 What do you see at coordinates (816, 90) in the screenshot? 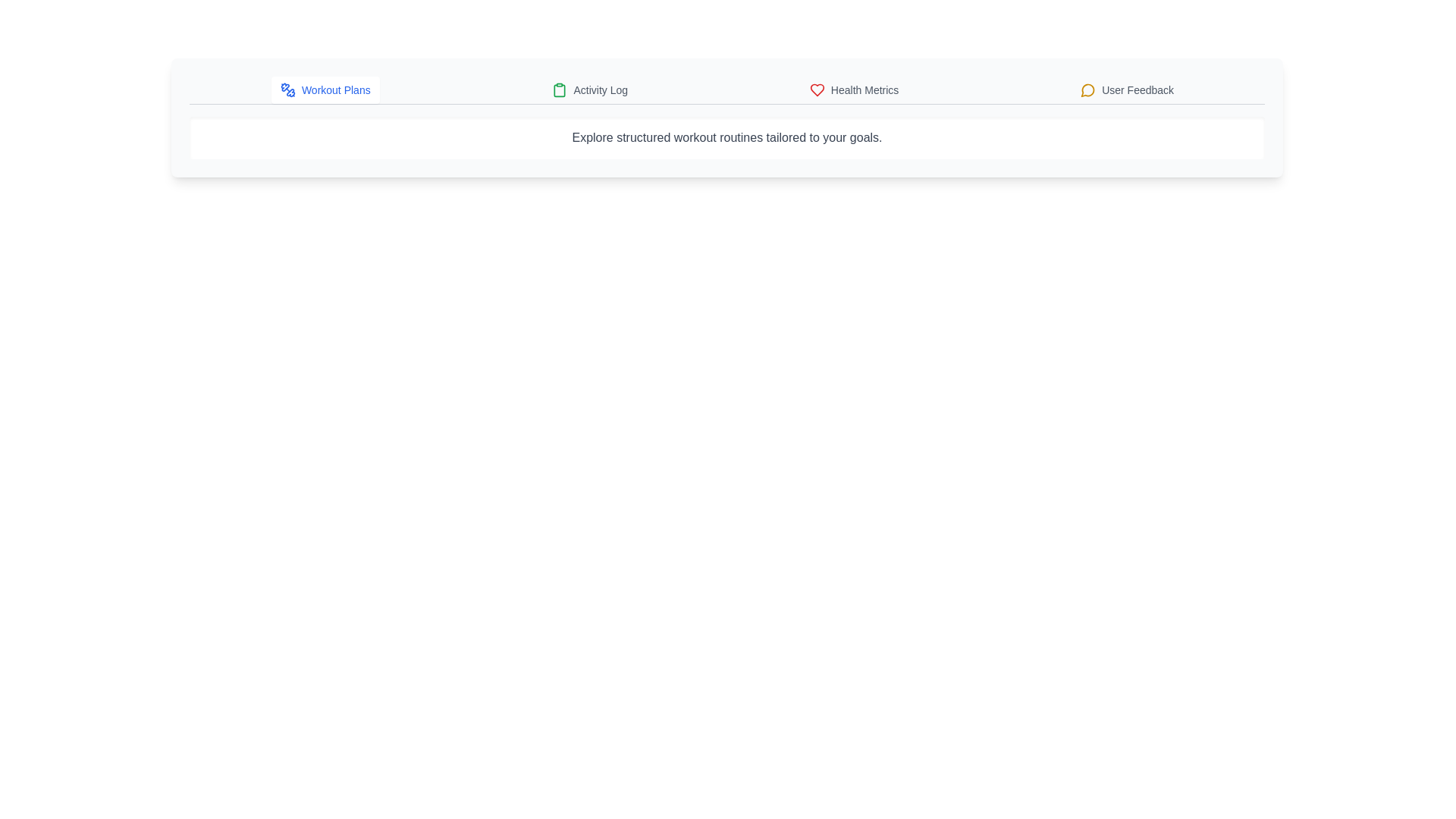
I see `the health metrics icon located in the top navigation bar to interact with its functionality` at bounding box center [816, 90].